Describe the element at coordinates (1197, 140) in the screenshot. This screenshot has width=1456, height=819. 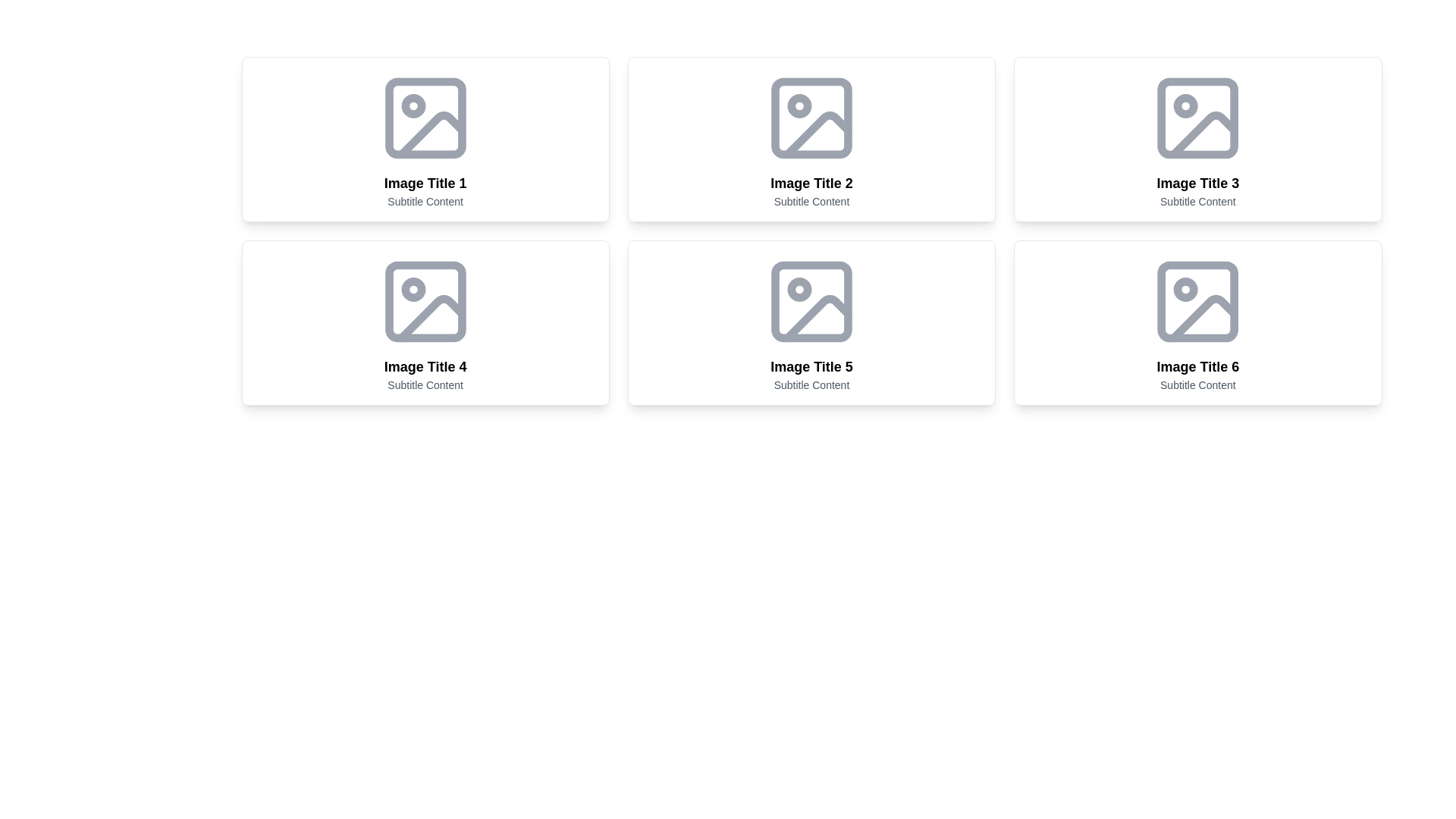
I see `the Card element located in the third column of the first row of the grid layout, which serves as a visual representation of content, positioned to the right of 'Image Title 2' and above 'Image Title 6'` at that location.